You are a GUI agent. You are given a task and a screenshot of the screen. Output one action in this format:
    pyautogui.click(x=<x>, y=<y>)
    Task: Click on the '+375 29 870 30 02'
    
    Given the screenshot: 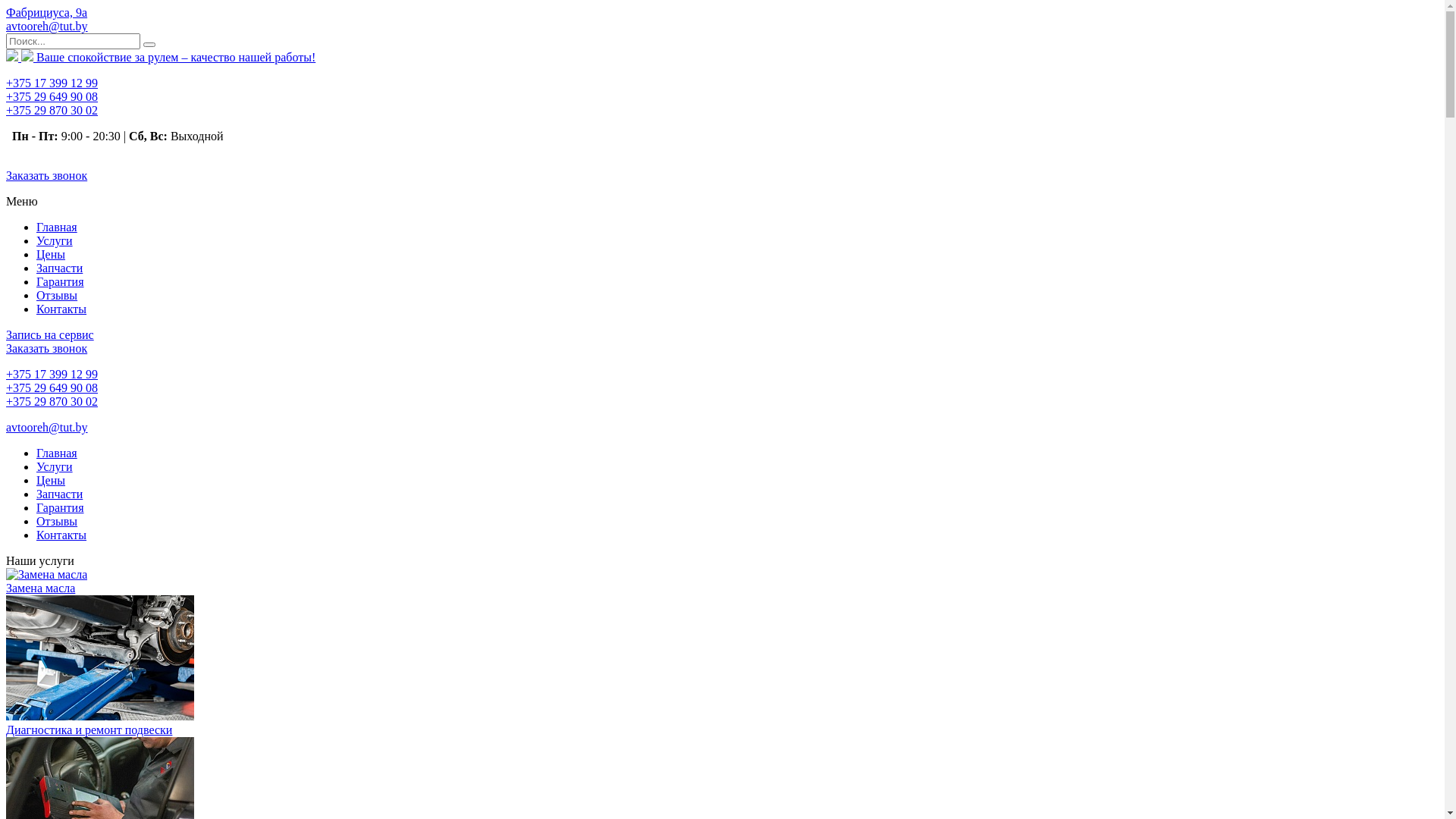 What is the action you would take?
    pyautogui.click(x=52, y=109)
    